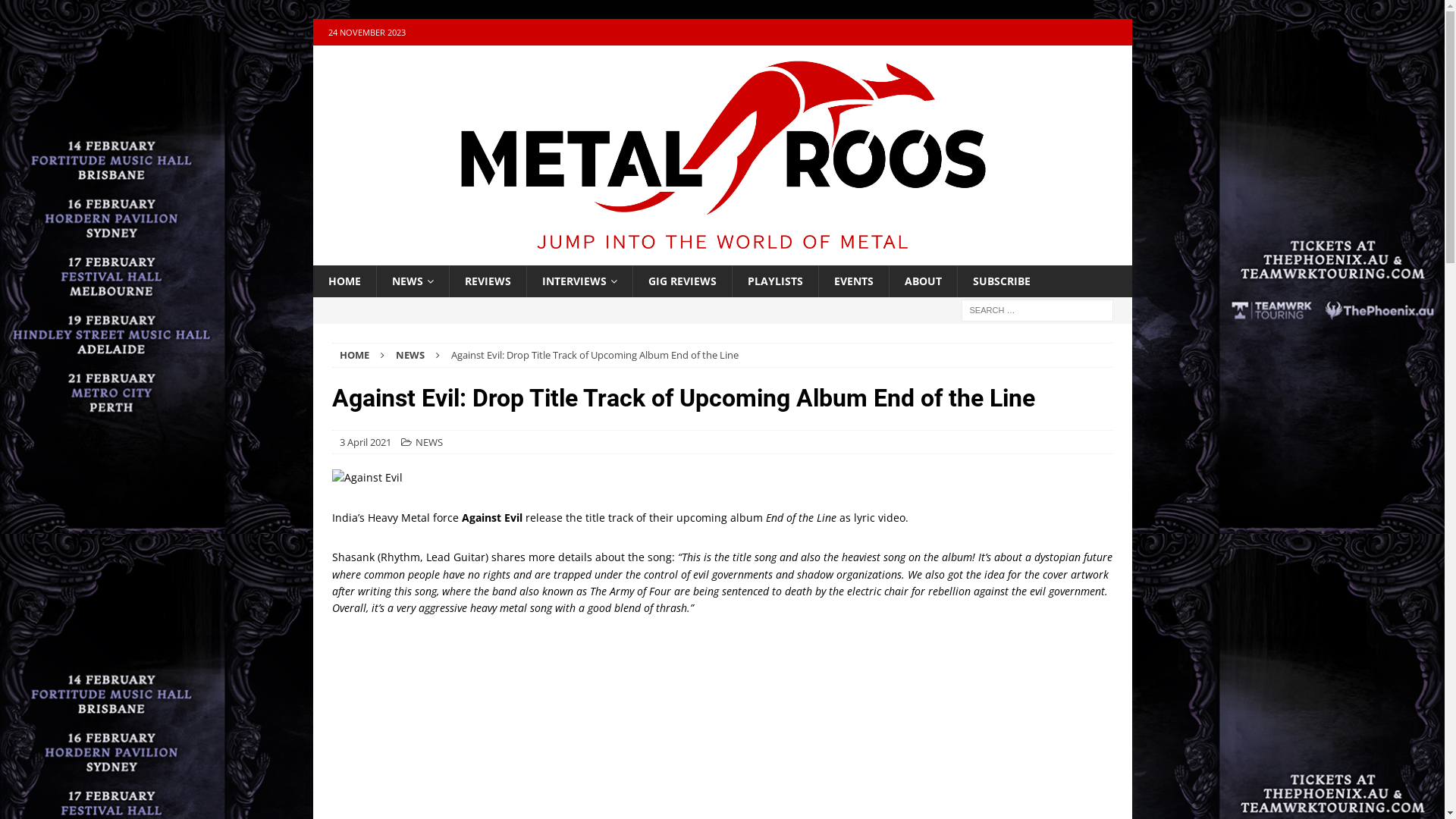 The height and width of the screenshot is (819, 1456). Describe the element at coordinates (722, 476) in the screenshot. I see `'06 (Photo Credit - Into the Lens)'` at that location.